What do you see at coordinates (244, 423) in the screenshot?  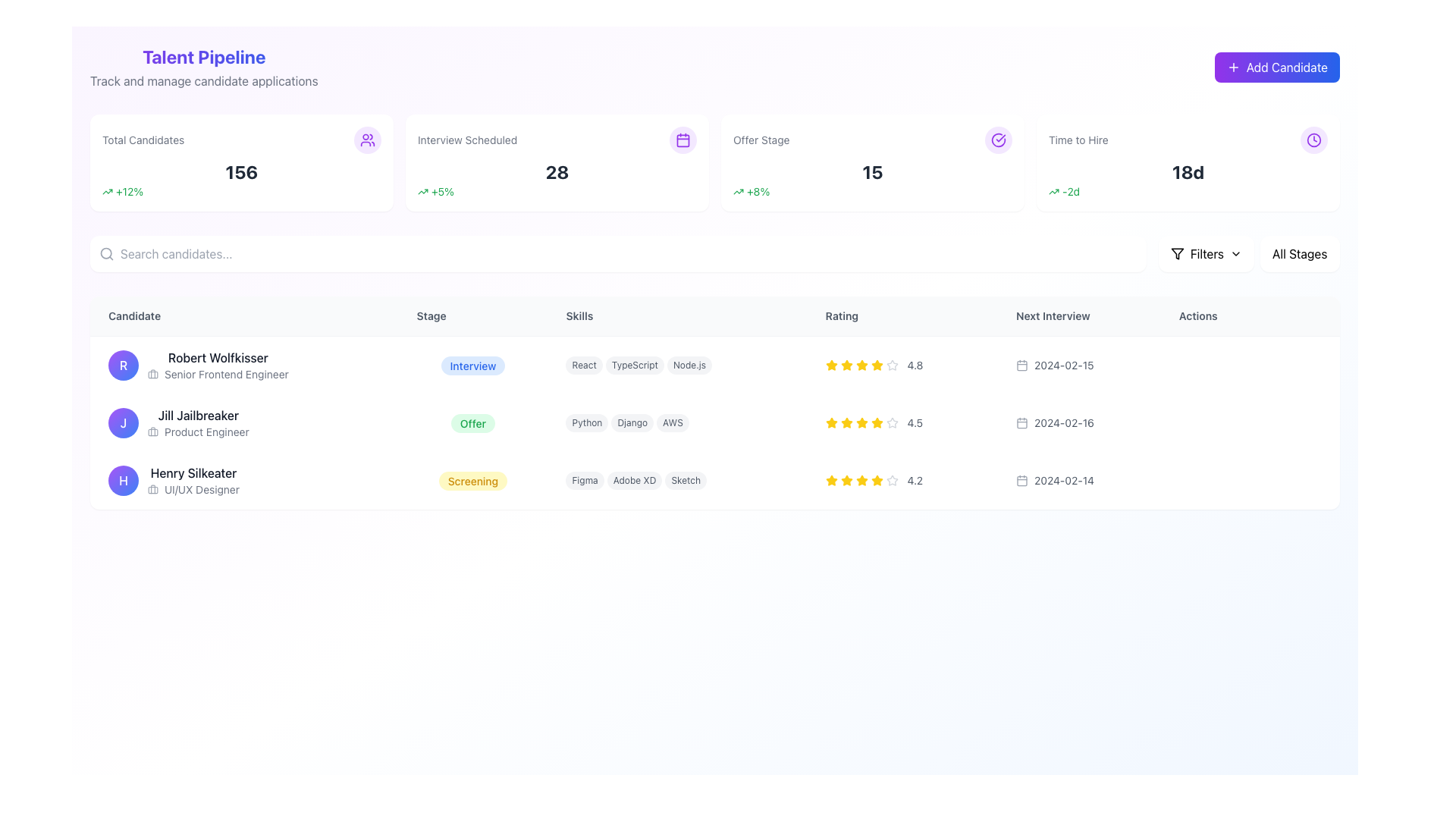 I see `the name 'Jill Jailbreaker' in the Profile summary row` at bounding box center [244, 423].